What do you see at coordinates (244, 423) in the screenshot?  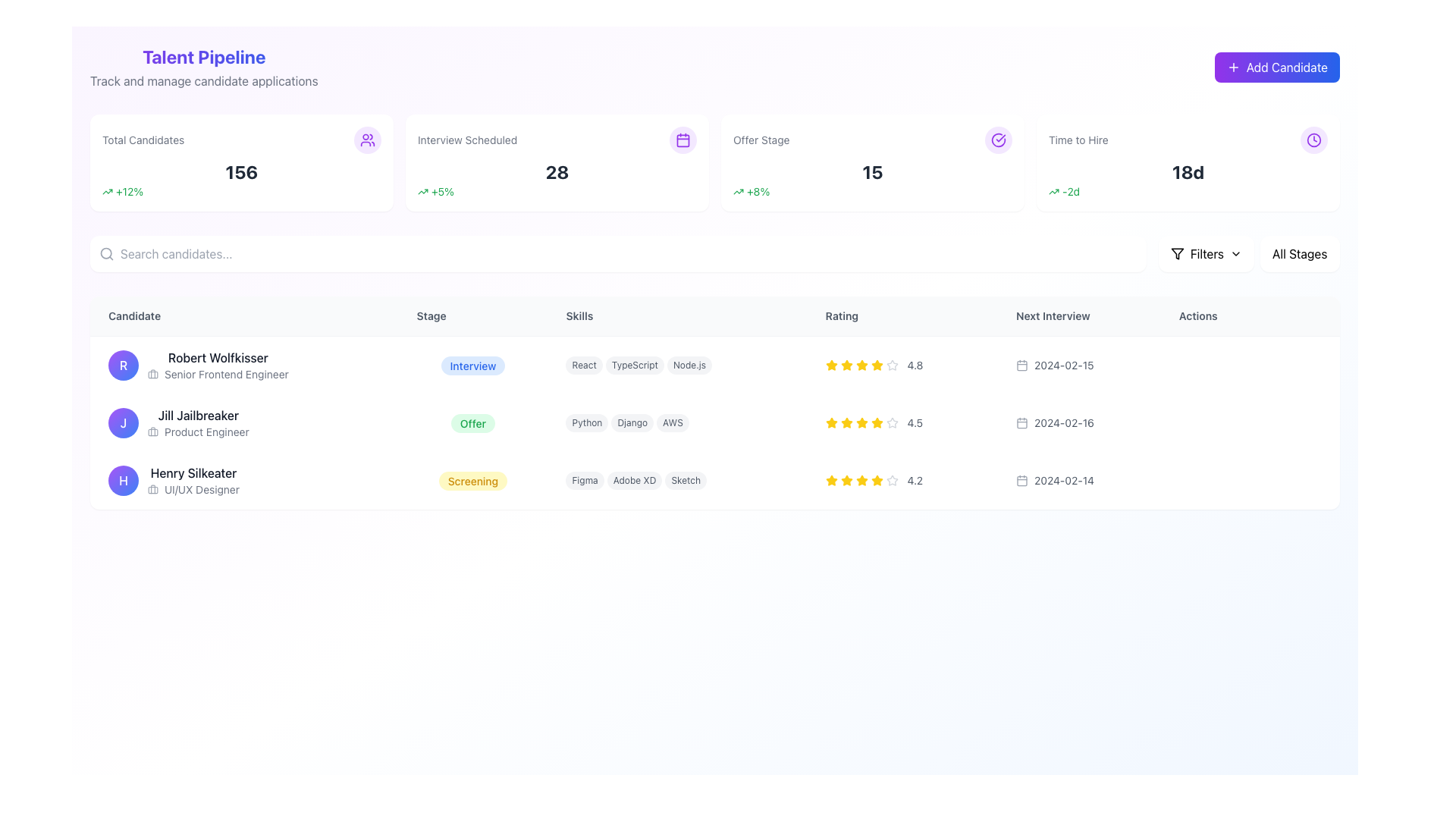 I see `the name 'Jill Jailbreaker' in the Profile summary row` at bounding box center [244, 423].